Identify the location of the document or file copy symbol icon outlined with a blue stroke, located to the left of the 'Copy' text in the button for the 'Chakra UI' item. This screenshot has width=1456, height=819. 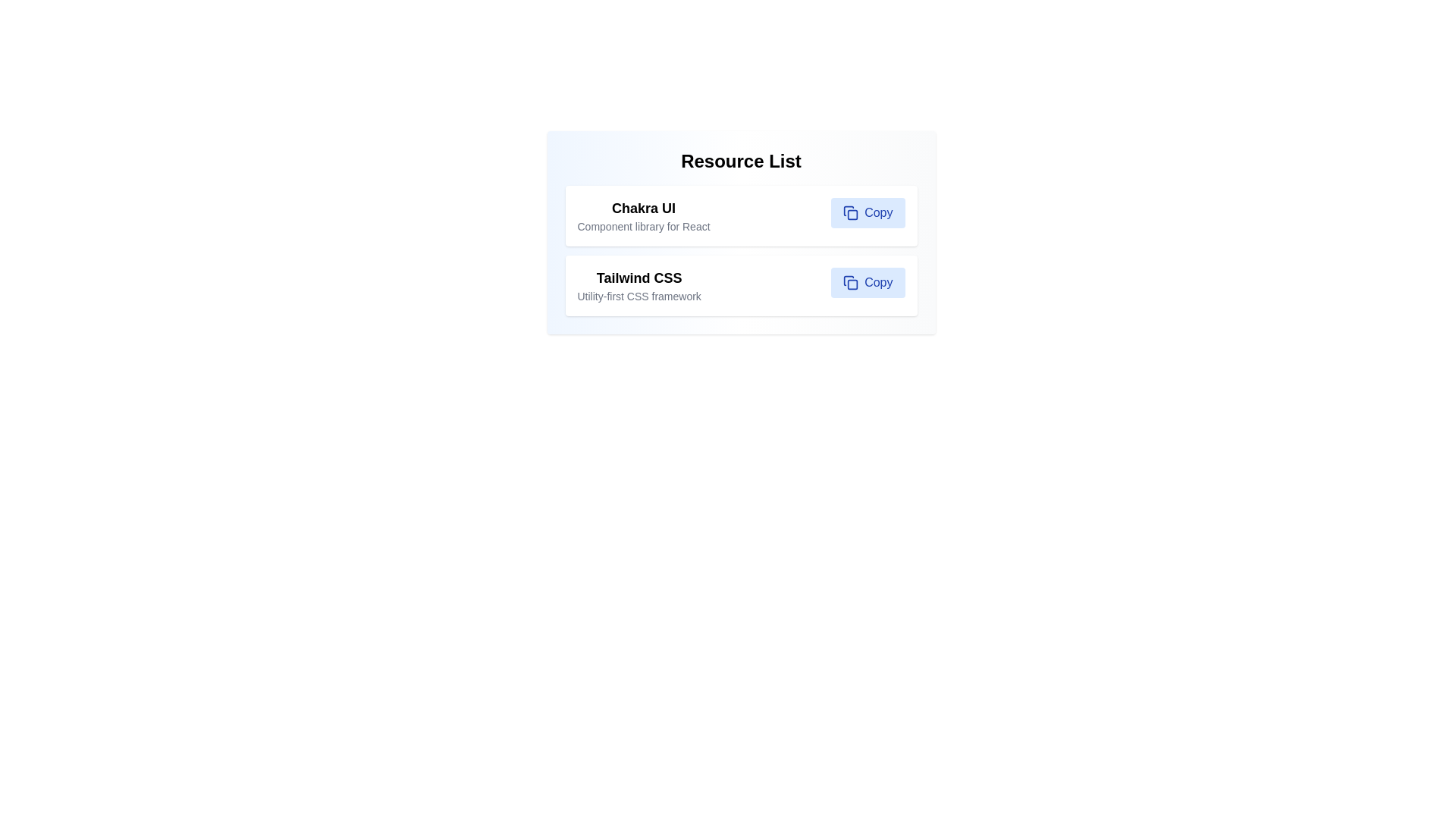
(851, 213).